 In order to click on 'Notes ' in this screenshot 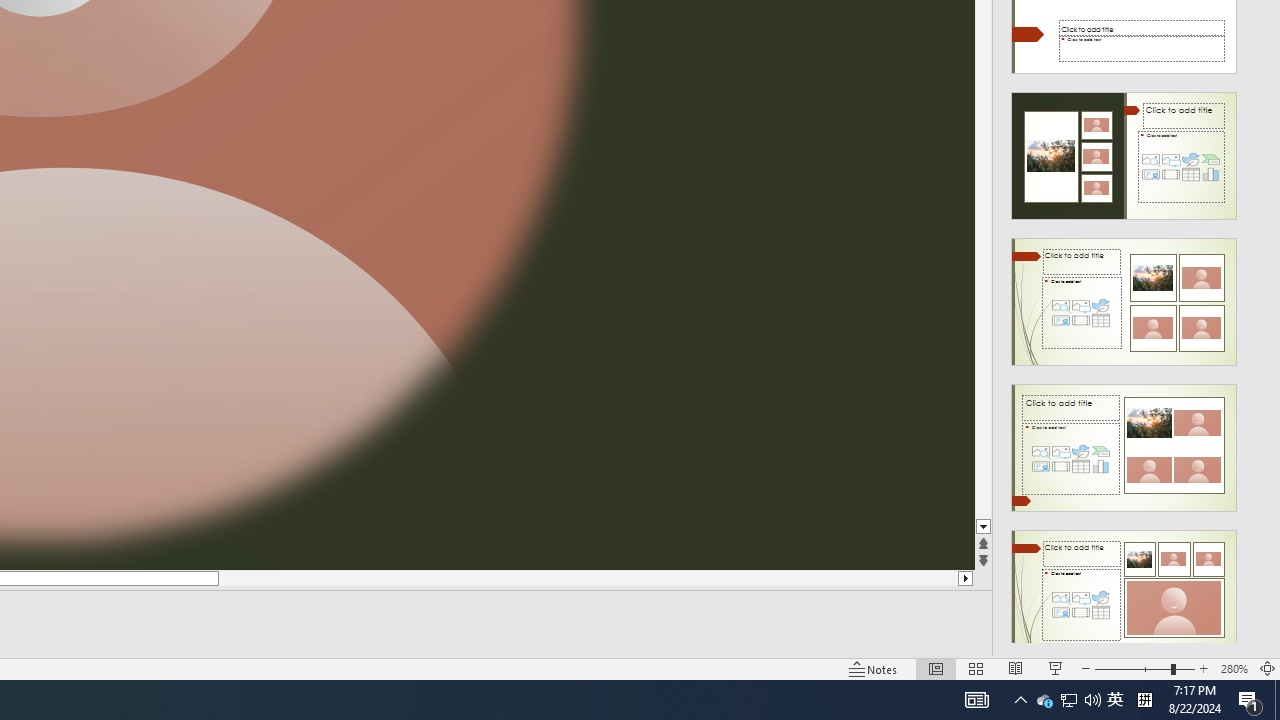, I will do `click(874, 669)`.